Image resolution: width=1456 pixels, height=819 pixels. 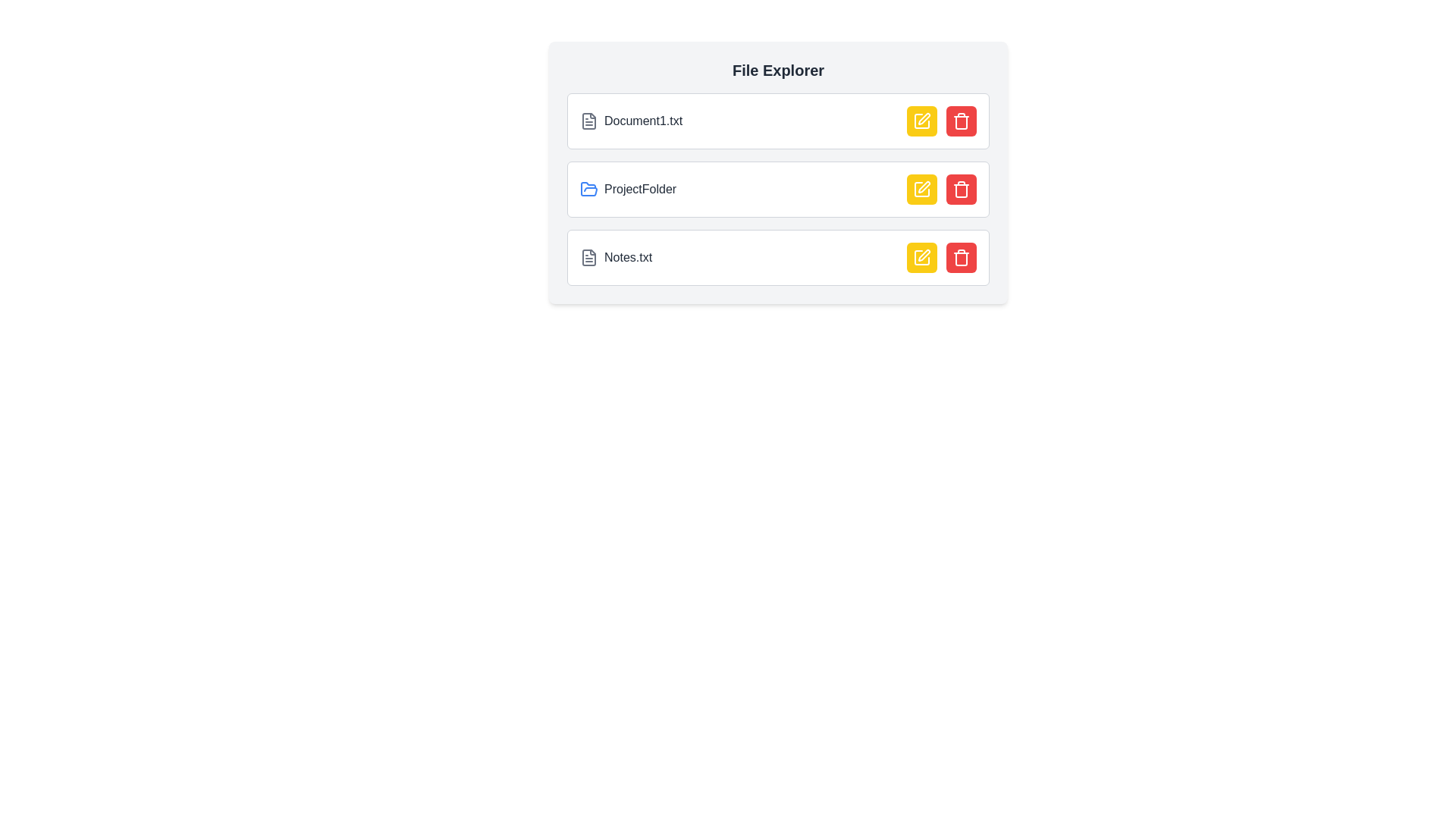 I want to click on indicative symbolism of the file document icon located at the leftmost side of the 'Notes.txt' item in the bottommost position of the vertical list in the 'File Explorer' panel, so click(x=588, y=256).